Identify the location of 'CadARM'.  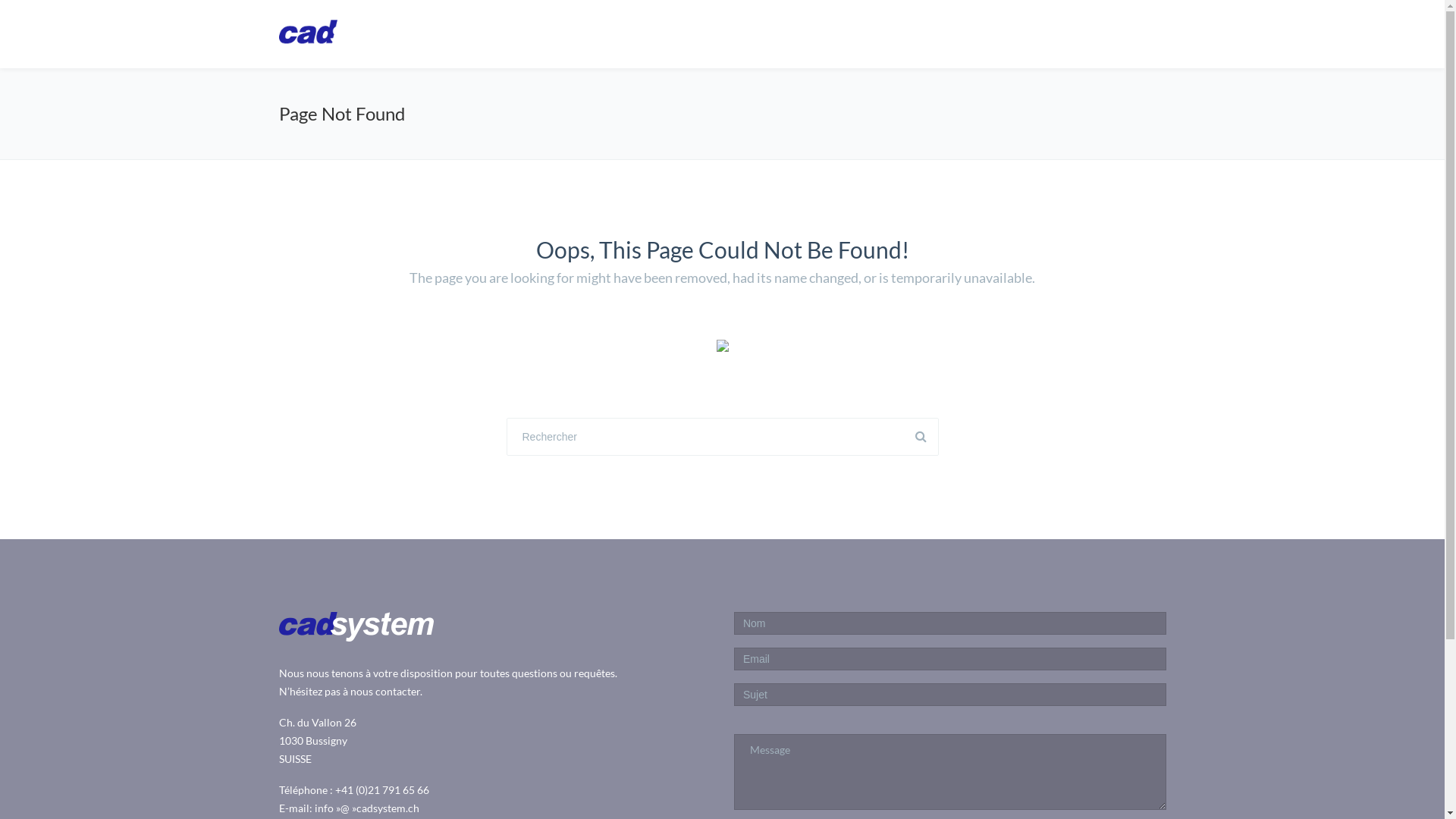
(818, 33).